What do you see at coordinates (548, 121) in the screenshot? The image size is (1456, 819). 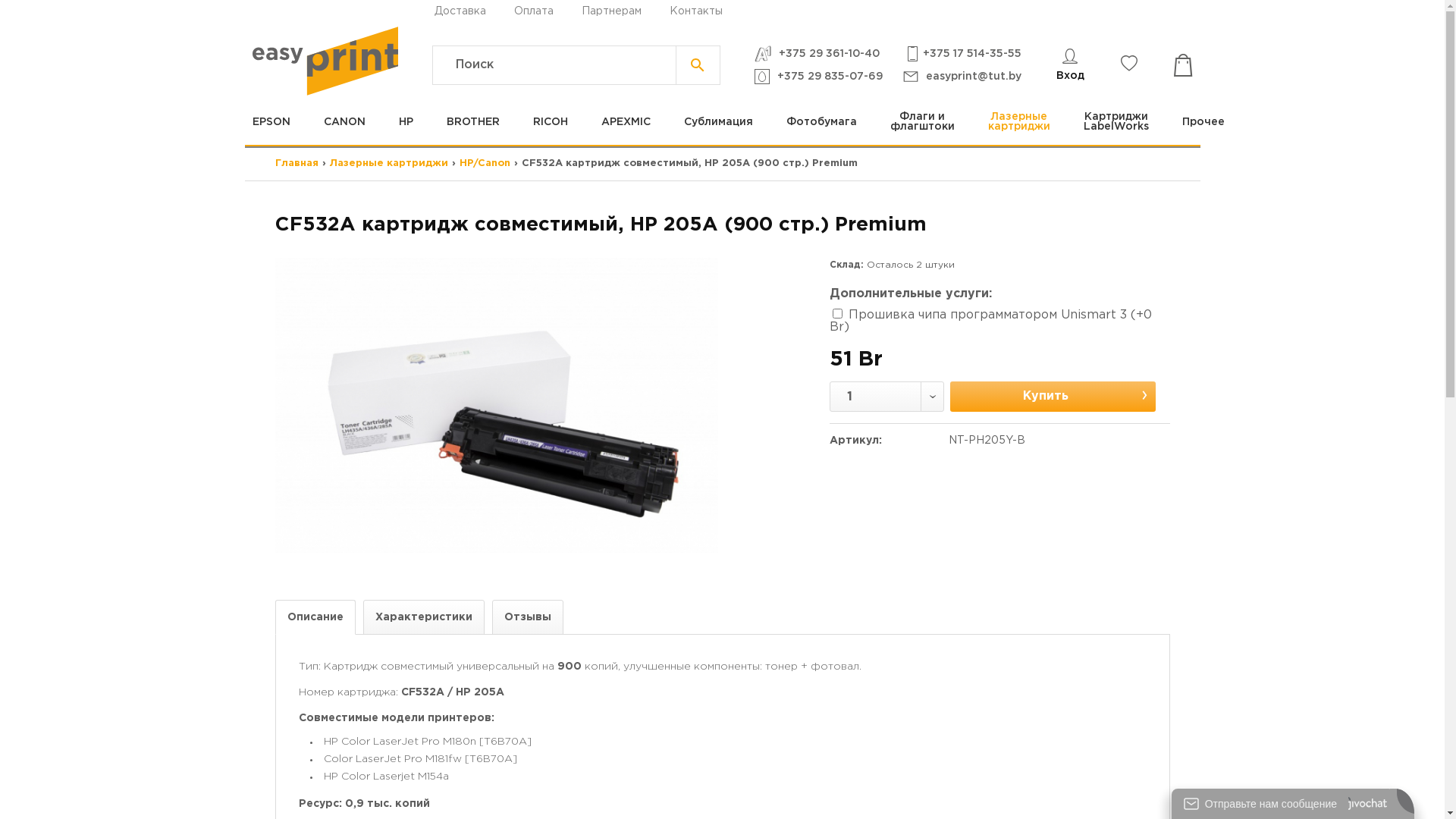 I see `'RICOH'` at bounding box center [548, 121].